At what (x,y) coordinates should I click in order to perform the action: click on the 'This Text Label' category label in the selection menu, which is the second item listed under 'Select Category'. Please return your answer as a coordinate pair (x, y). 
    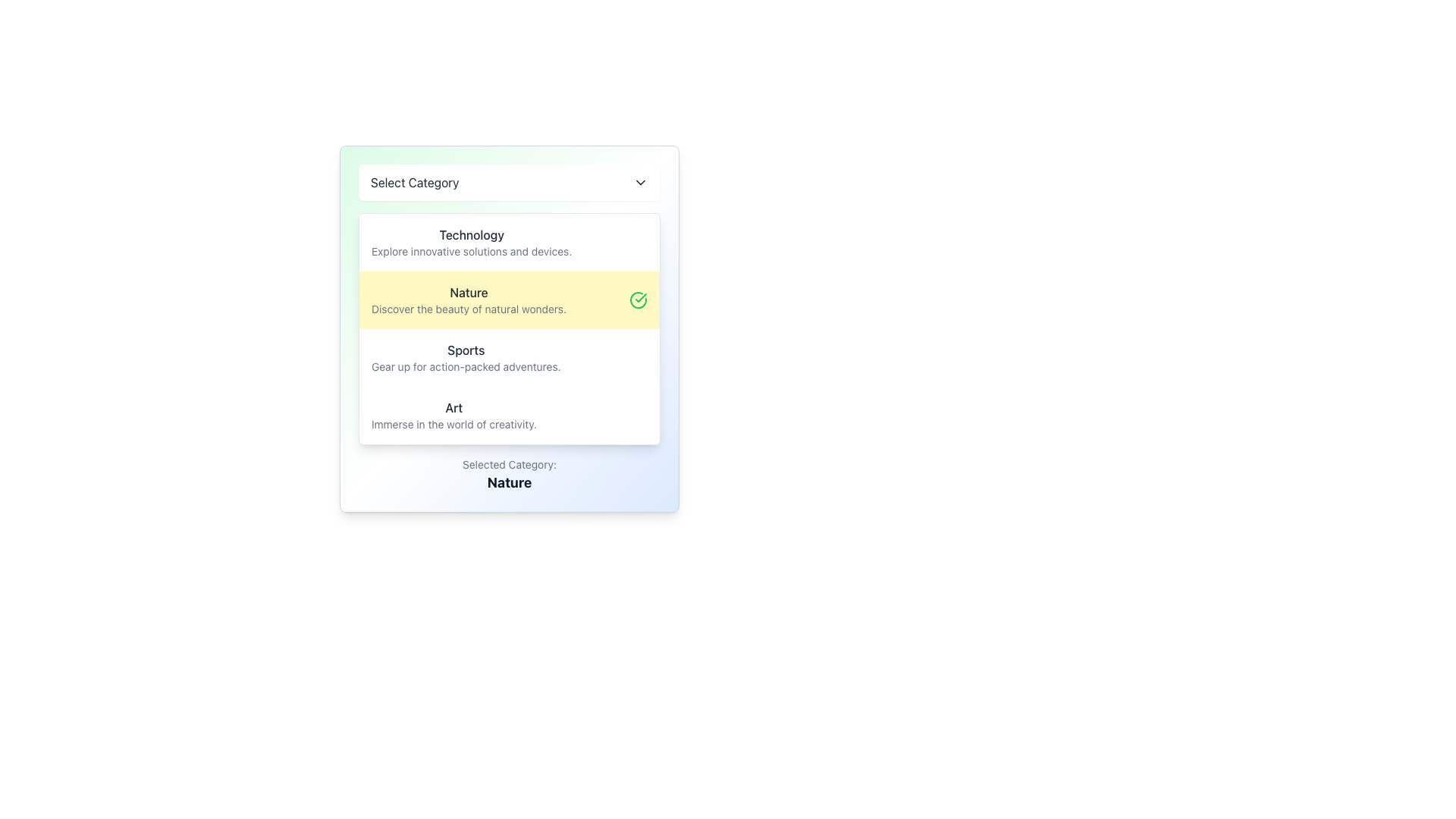
    Looking at the image, I should click on (468, 292).